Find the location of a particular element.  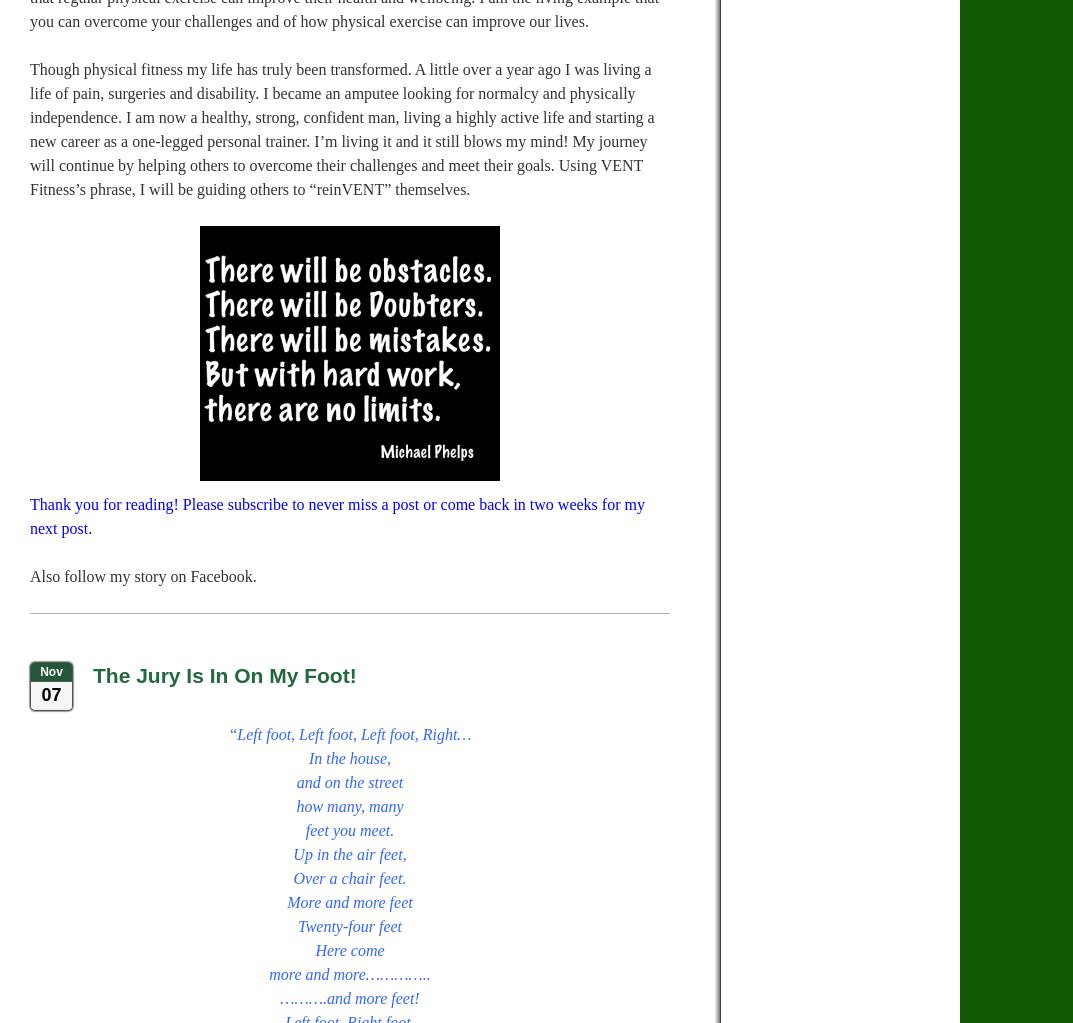

'Over a chair feet.' is located at coordinates (349, 878).